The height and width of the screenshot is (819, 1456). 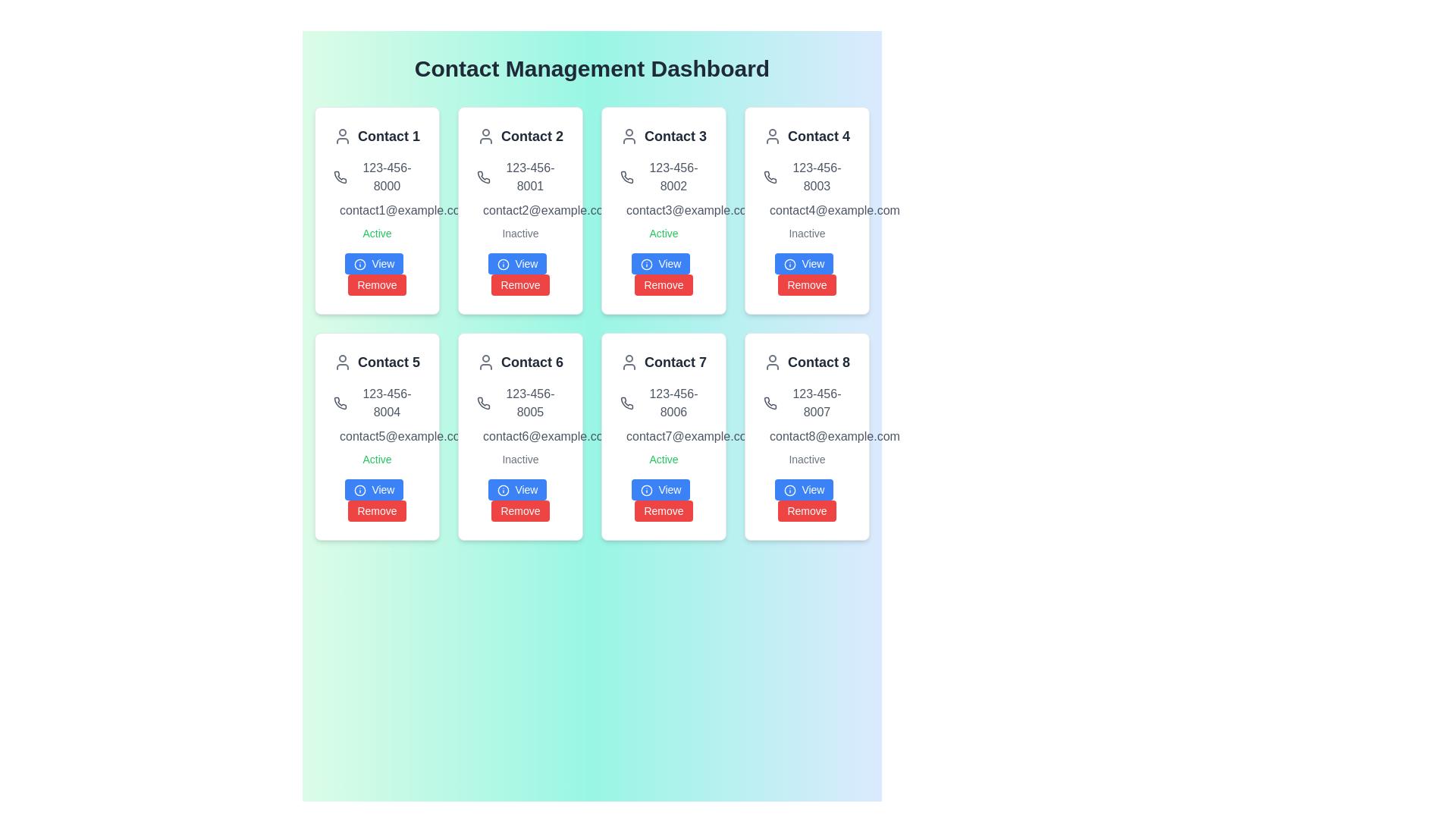 I want to click on the red 'Remove' button with white text located at the bottom of the Contact 3 card, so click(x=664, y=275).